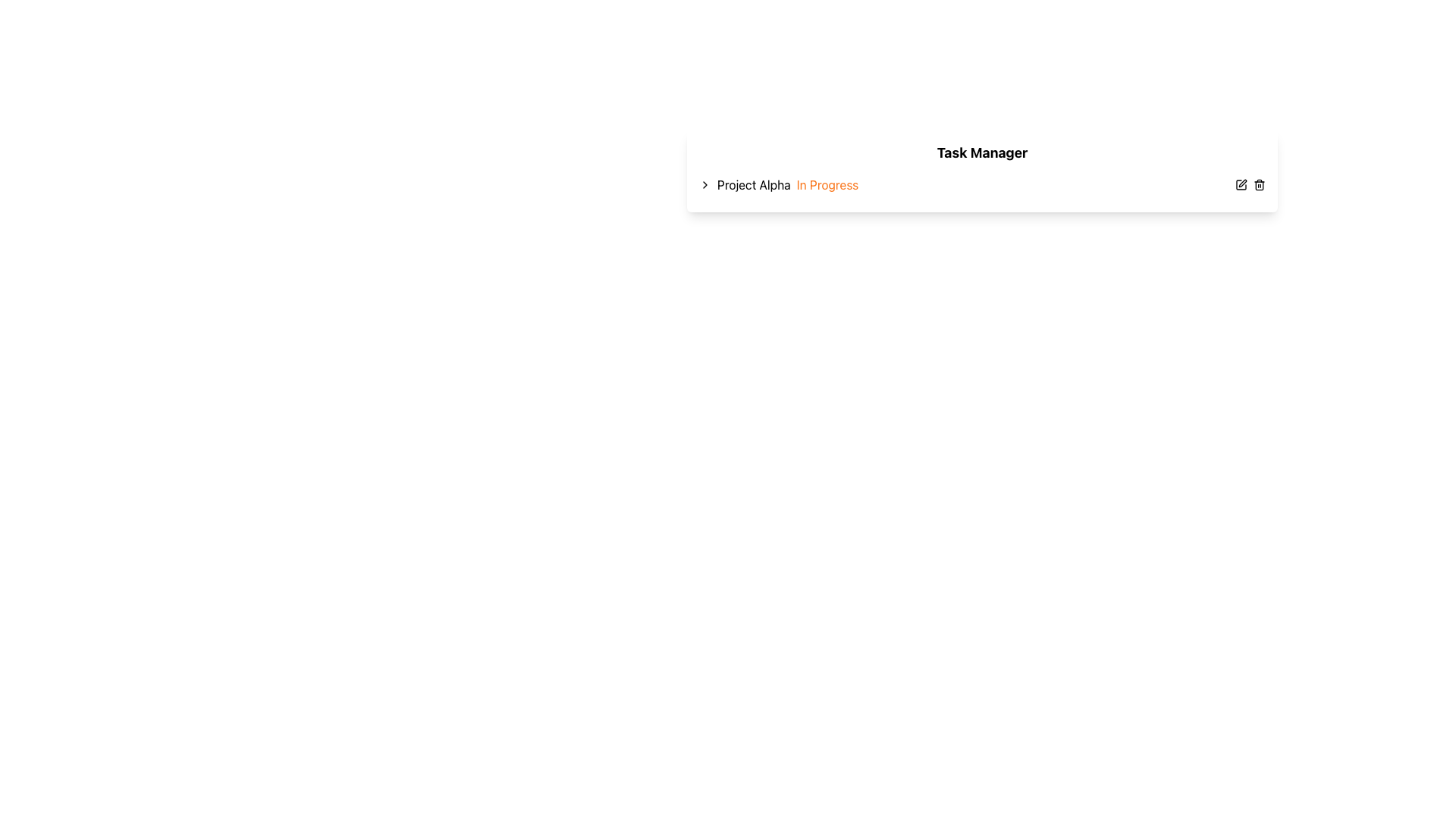  What do you see at coordinates (827, 184) in the screenshot?
I see `the Text Label indicating the current status of 'Project Alpha', which is located at the end of the project name and centered vertically within the row` at bounding box center [827, 184].